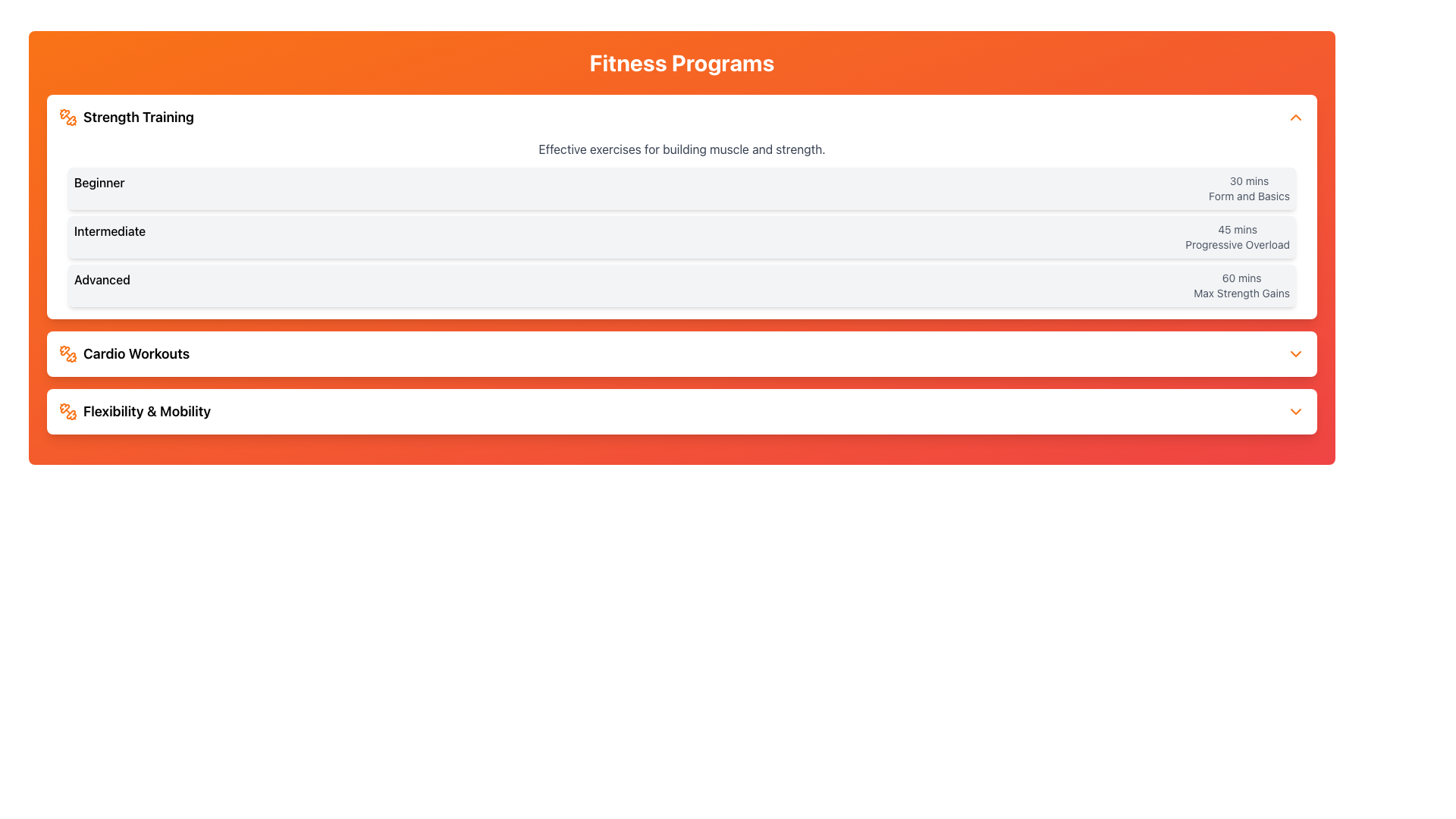 Image resolution: width=1456 pixels, height=819 pixels. Describe the element at coordinates (1294, 116) in the screenshot. I see `the upward-pointing chevron icon in vivid orange located in the top-right corner of the 'Strength Training' header section` at that location.